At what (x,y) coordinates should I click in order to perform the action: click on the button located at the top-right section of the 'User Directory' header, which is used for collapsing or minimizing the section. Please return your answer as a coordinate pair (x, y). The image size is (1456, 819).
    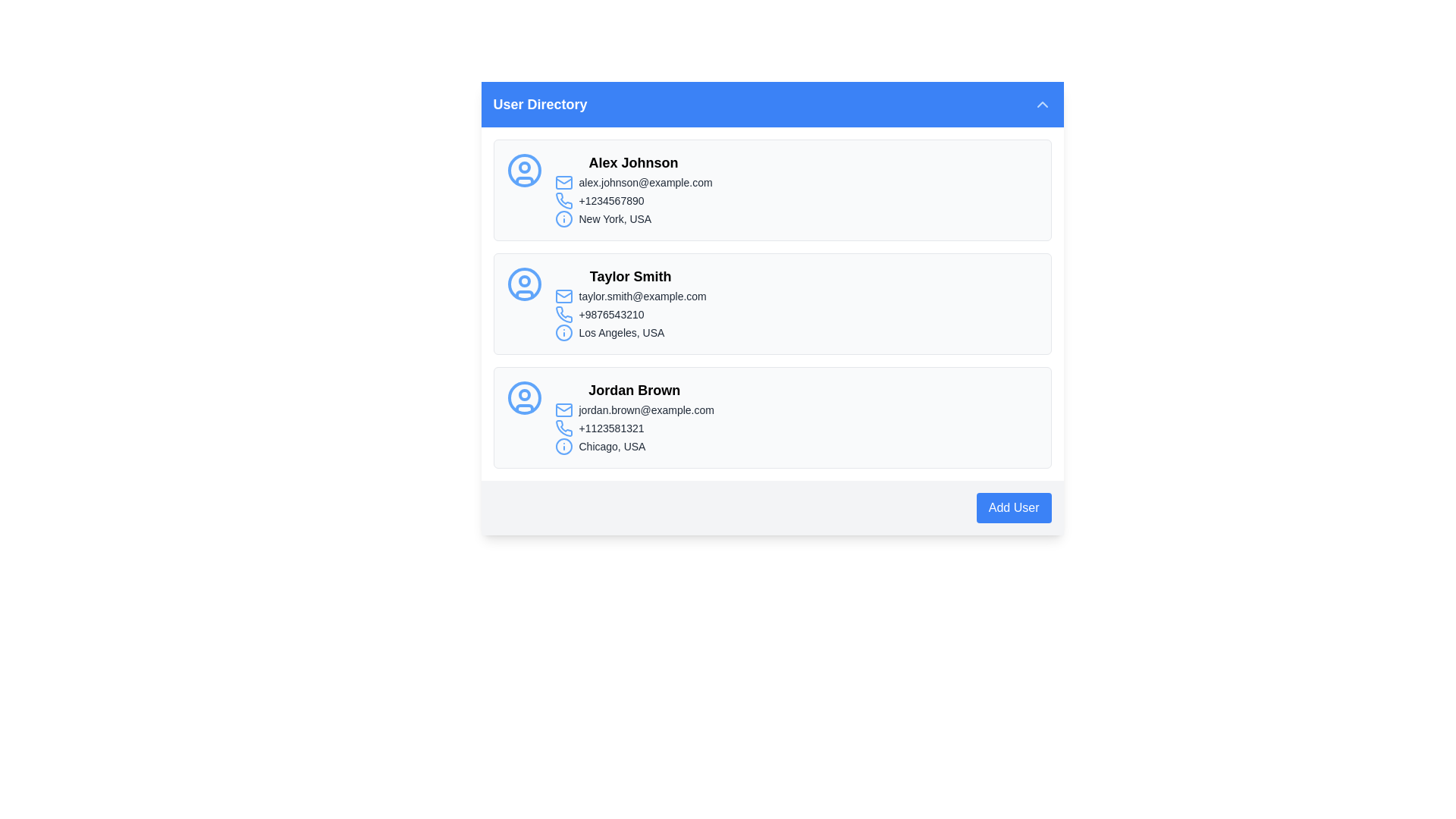
    Looking at the image, I should click on (1041, 104).